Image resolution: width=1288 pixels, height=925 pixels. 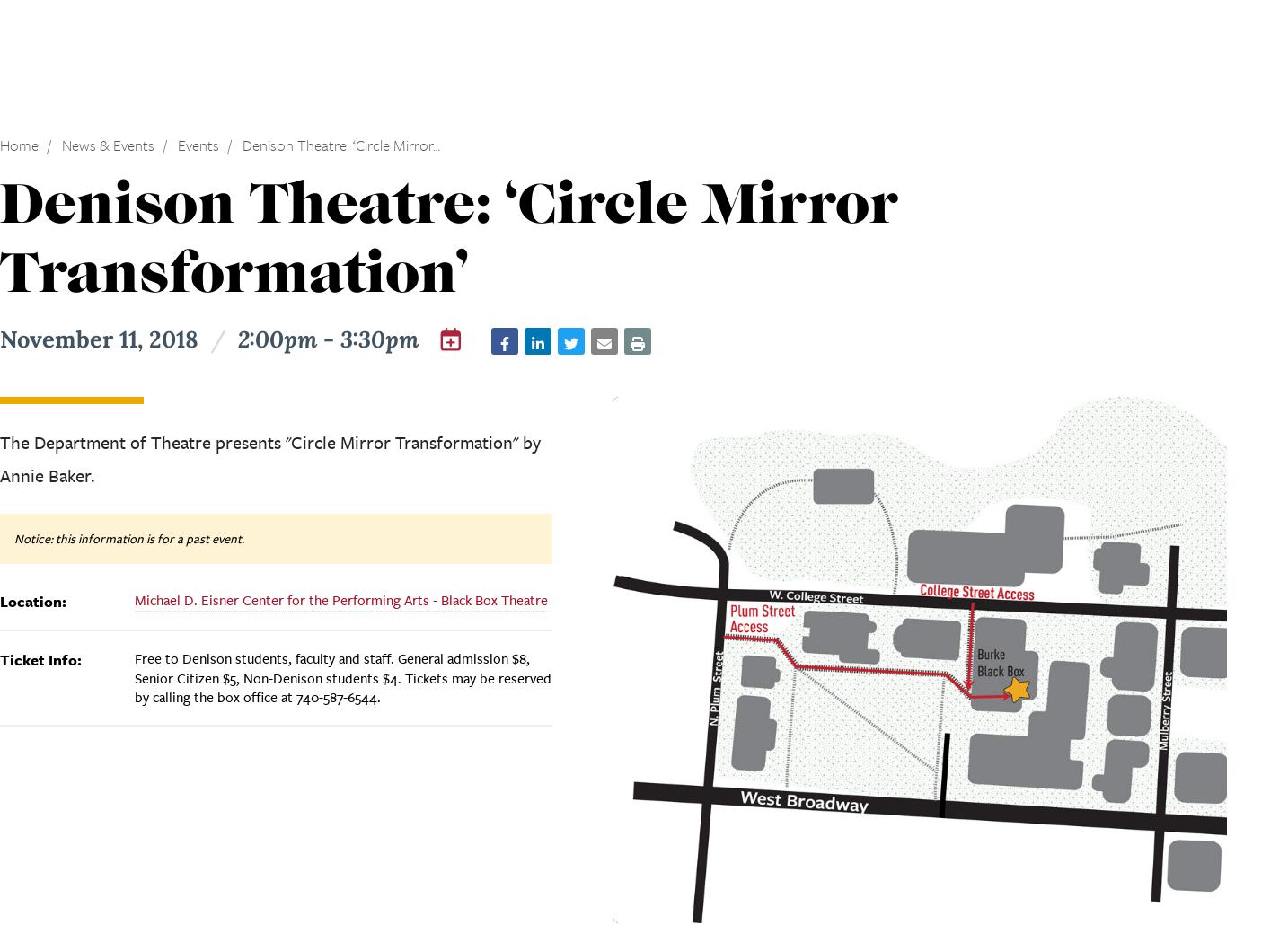 What do you see at coordinates (493, 164) in the screenshot?
I see `''The Sounds of History''` at bounding box center [493, 164].